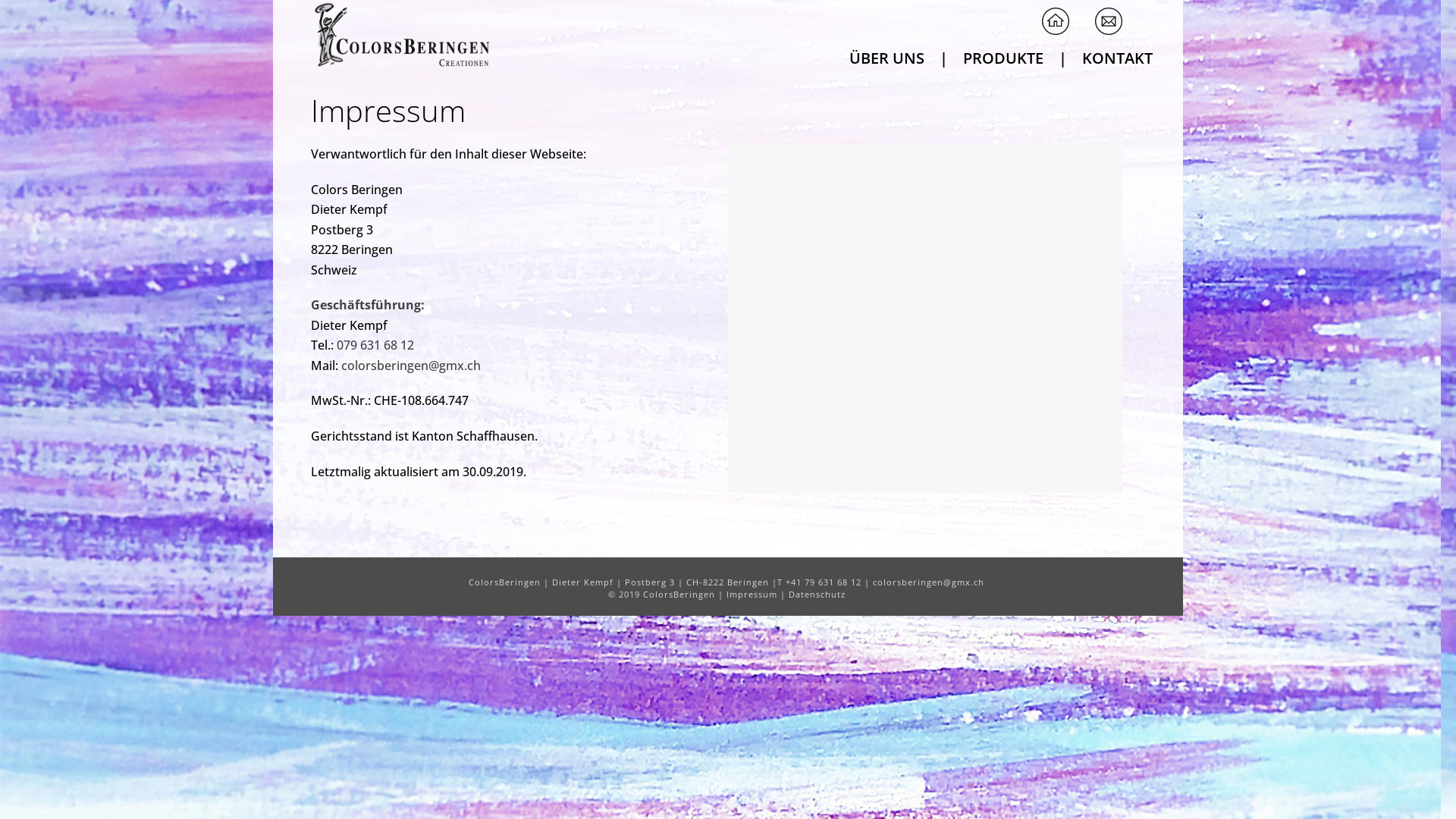 The height and width of the screenshot is (819, 1456). What do you see at coordinates (818, 581) in the screenshot?
I see `'T +41 79 631 68 12'` at bounding box center [818, 581].